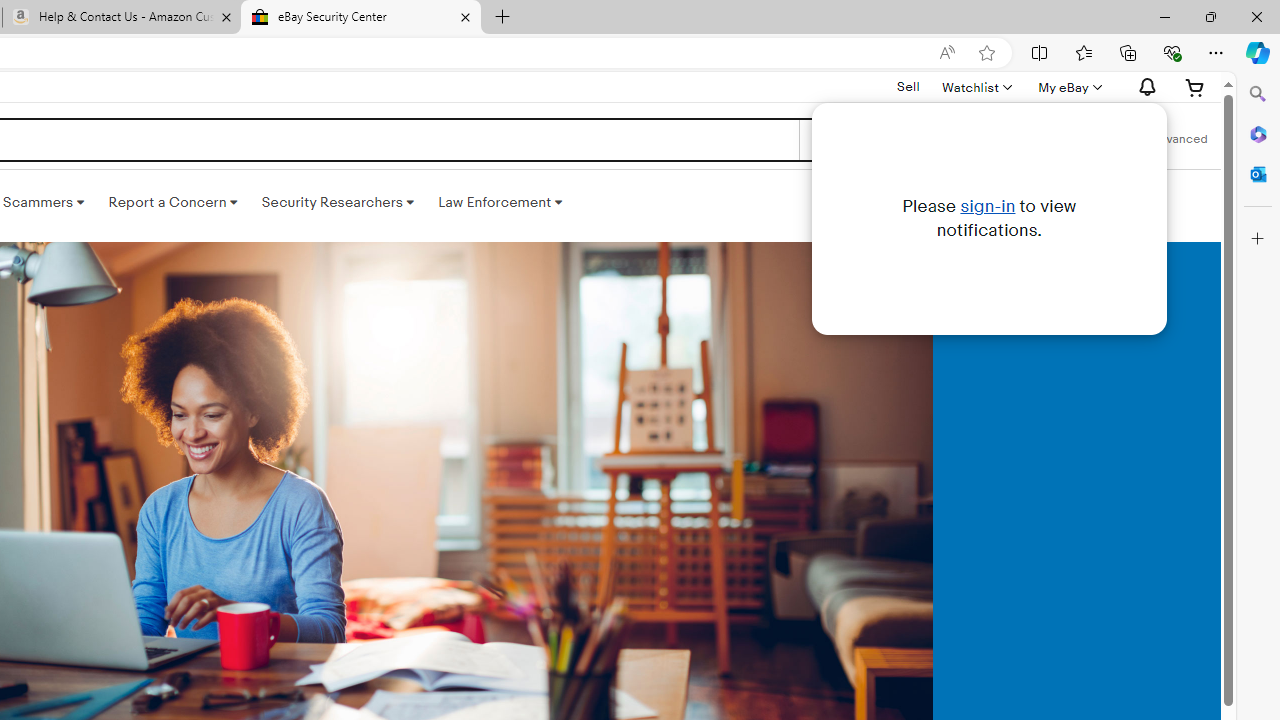  Describe the element at coordinates (1179, 139) in the screenshot. I see `'Advanced Search'` at that location.